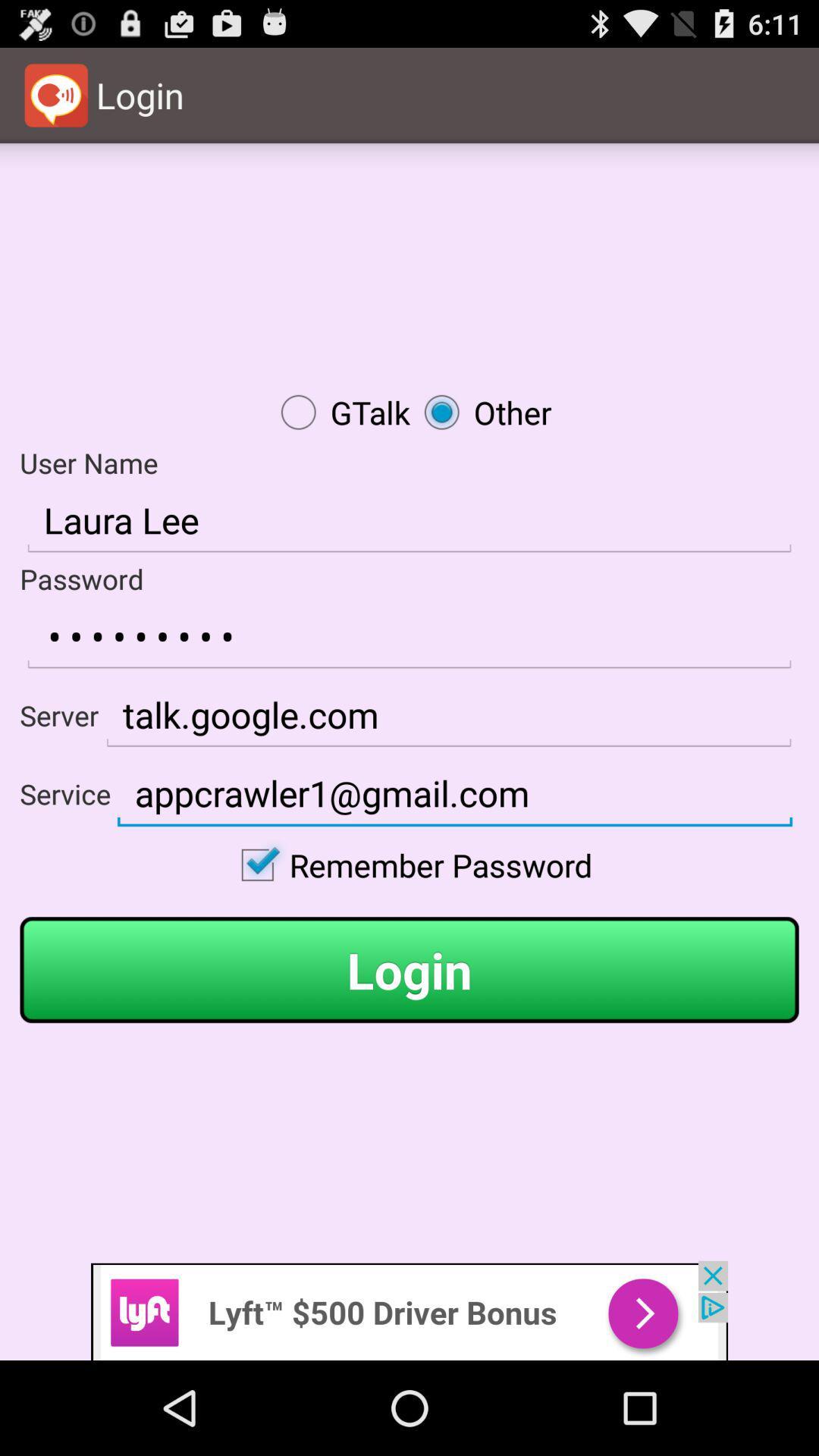  I want to click on advertisement, so click(409, 1310).